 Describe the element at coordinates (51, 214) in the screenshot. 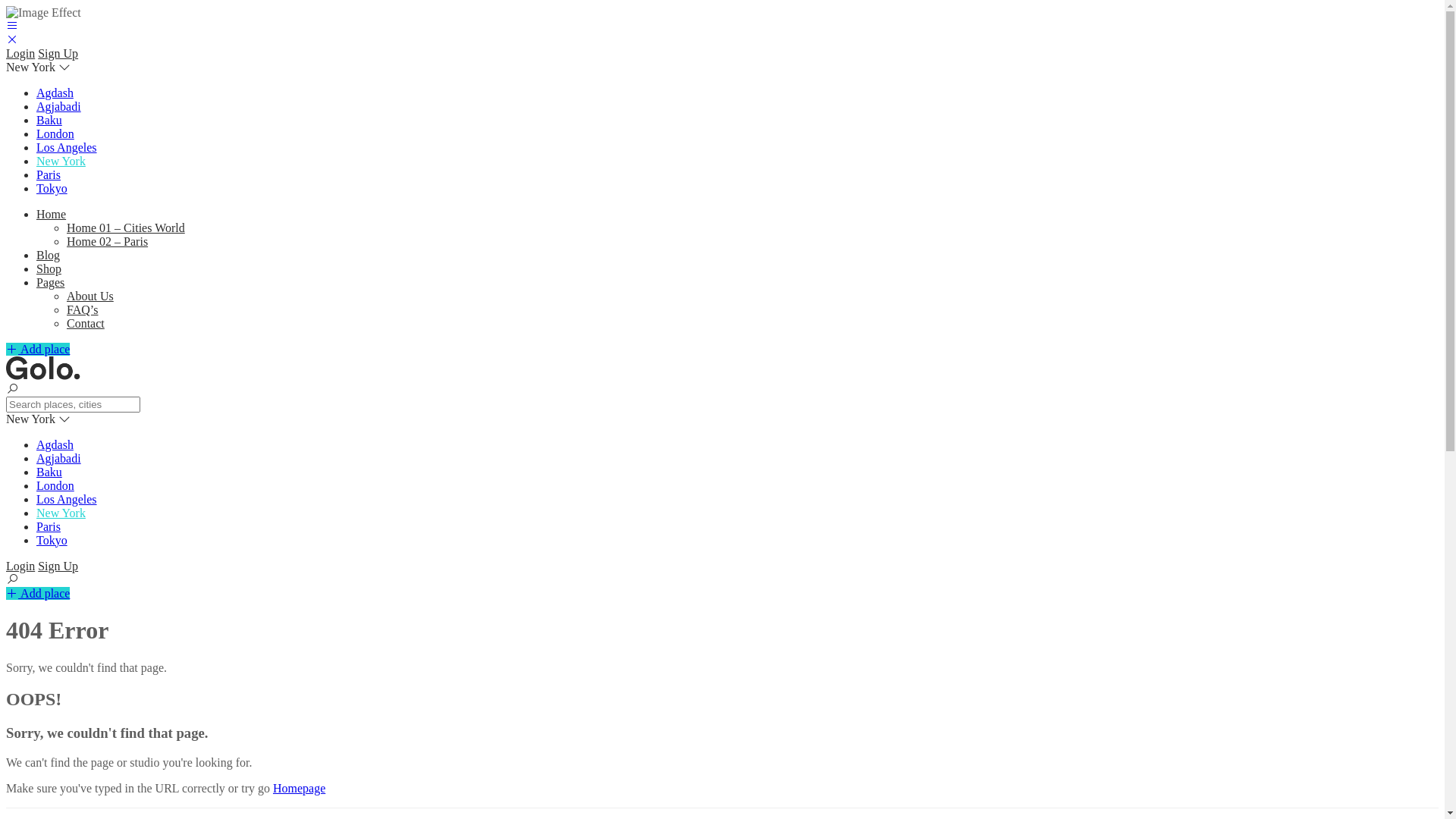

I see `'Home'` at that location.